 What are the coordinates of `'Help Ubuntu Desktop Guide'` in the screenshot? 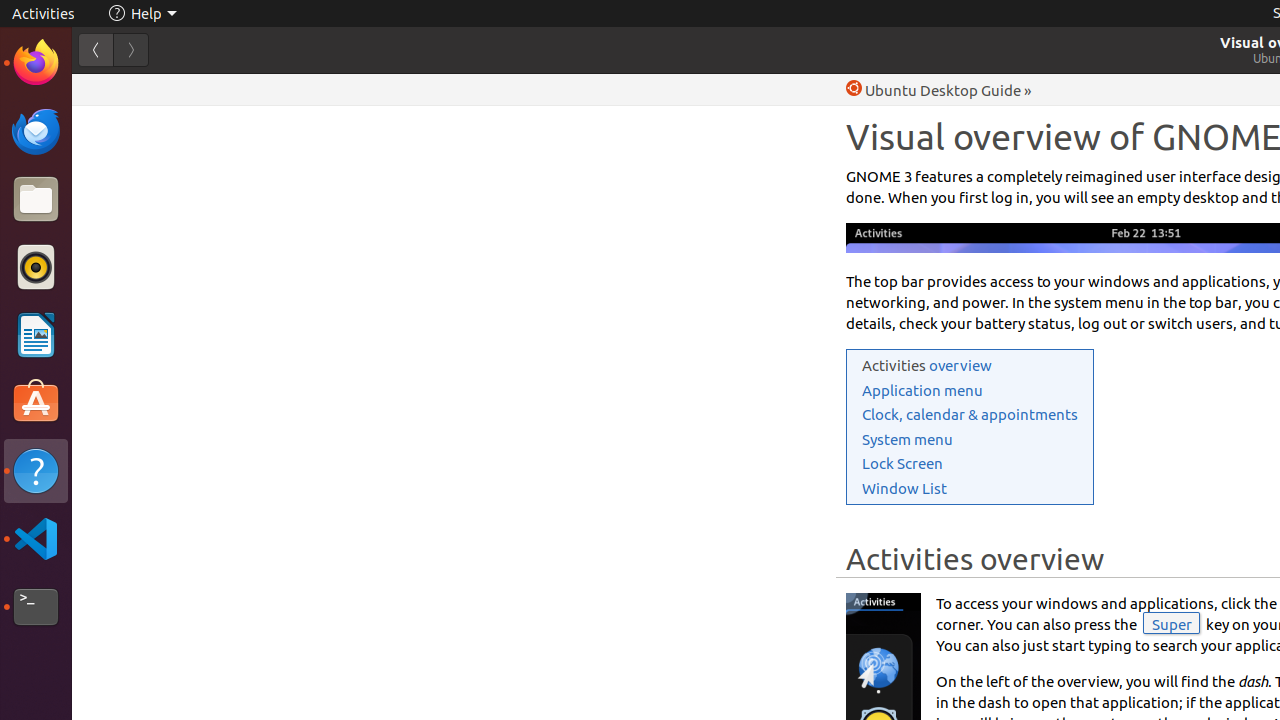 It's located at (932, 88).